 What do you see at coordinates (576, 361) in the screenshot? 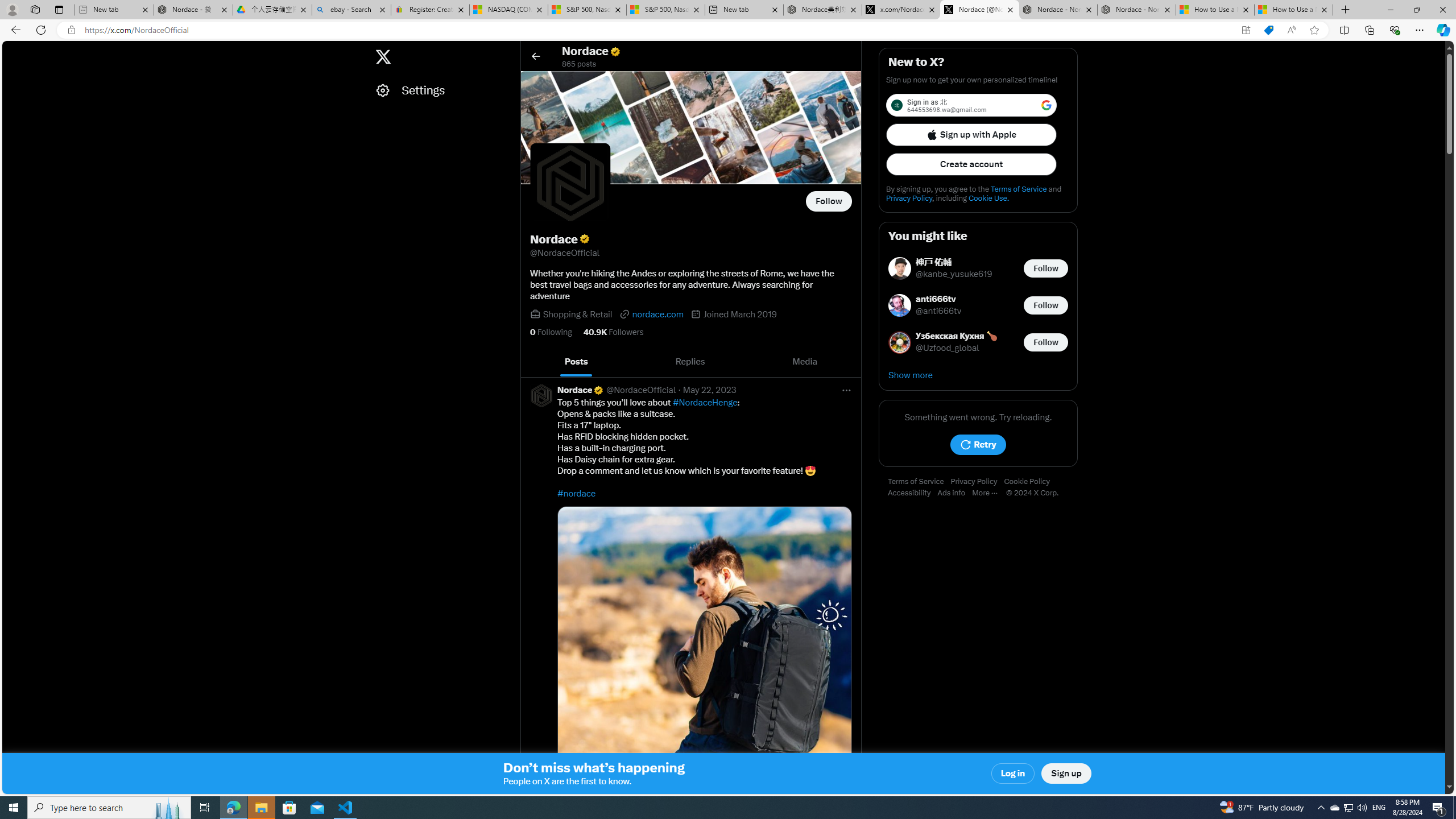
I see `'Posts'` at bounding box center [576, 361].